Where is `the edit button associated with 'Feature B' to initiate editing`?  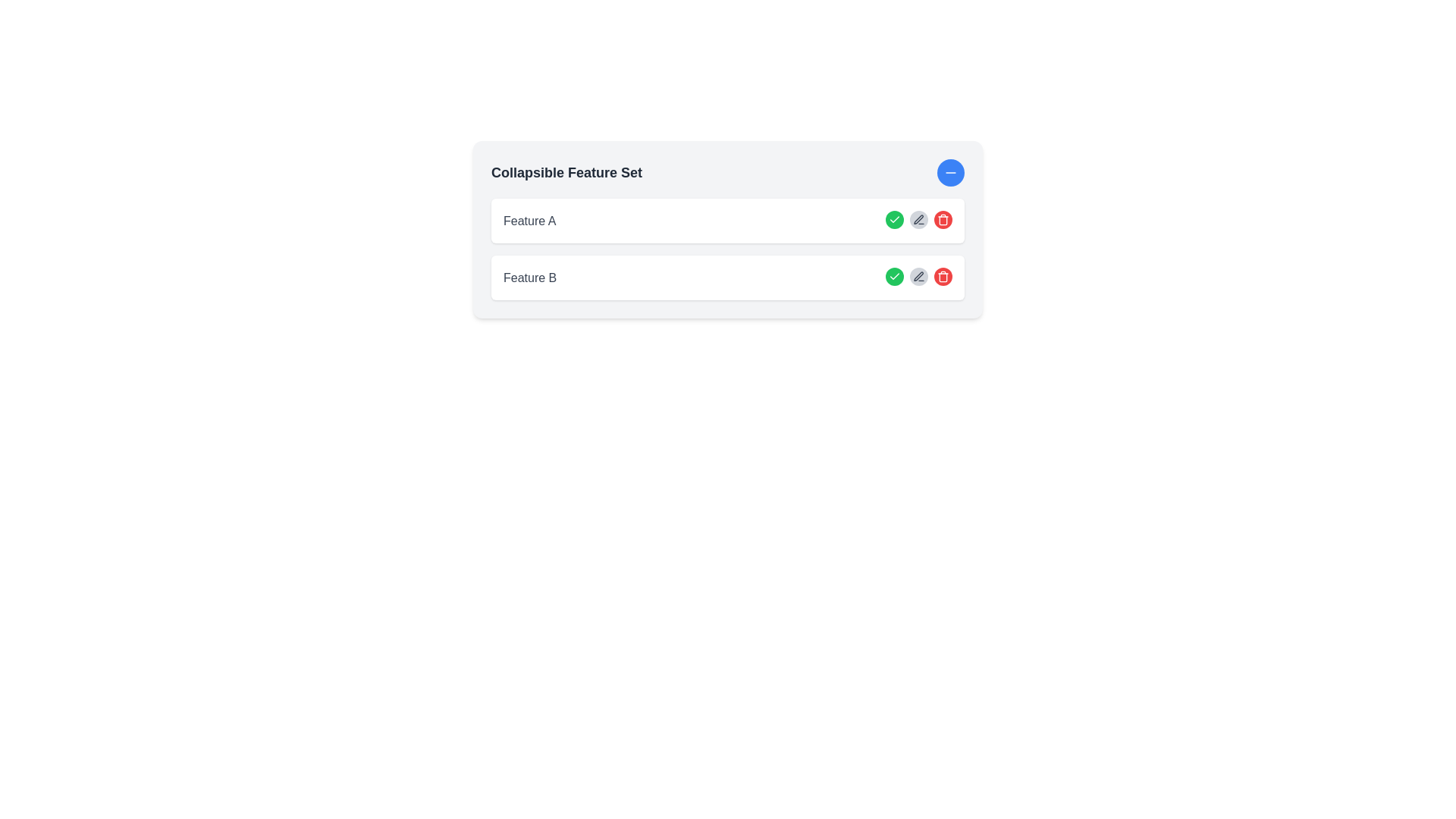 the edit button associated with 'Feature B' to initiate editing is located at coordinates (918, 277).